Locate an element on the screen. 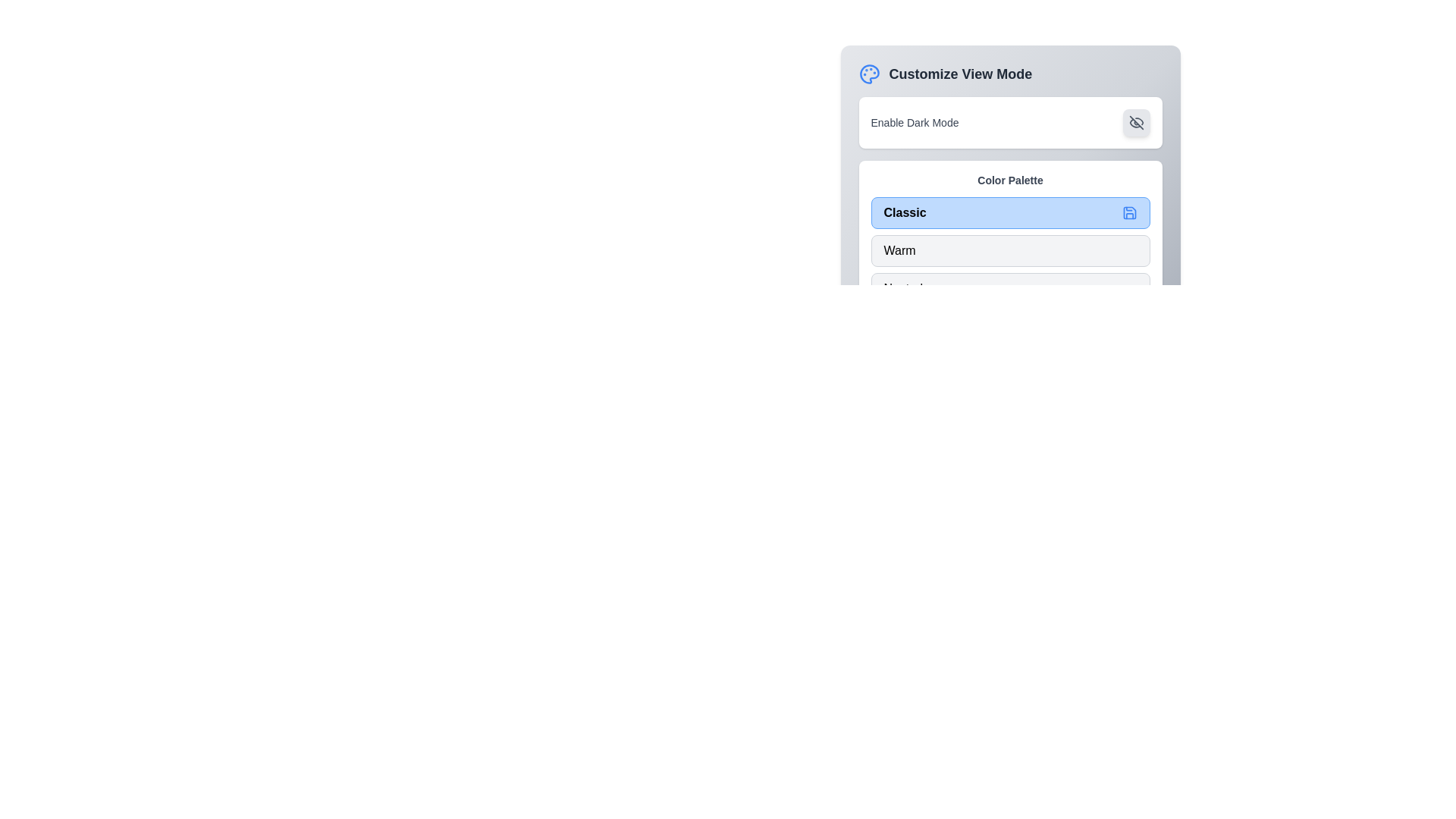 Image resolution: width=1456 pixels, height=819 pixels. the header label that provides a title for the customization settings, located to the right of a blue palette icon is located at coordinates (959, 74).